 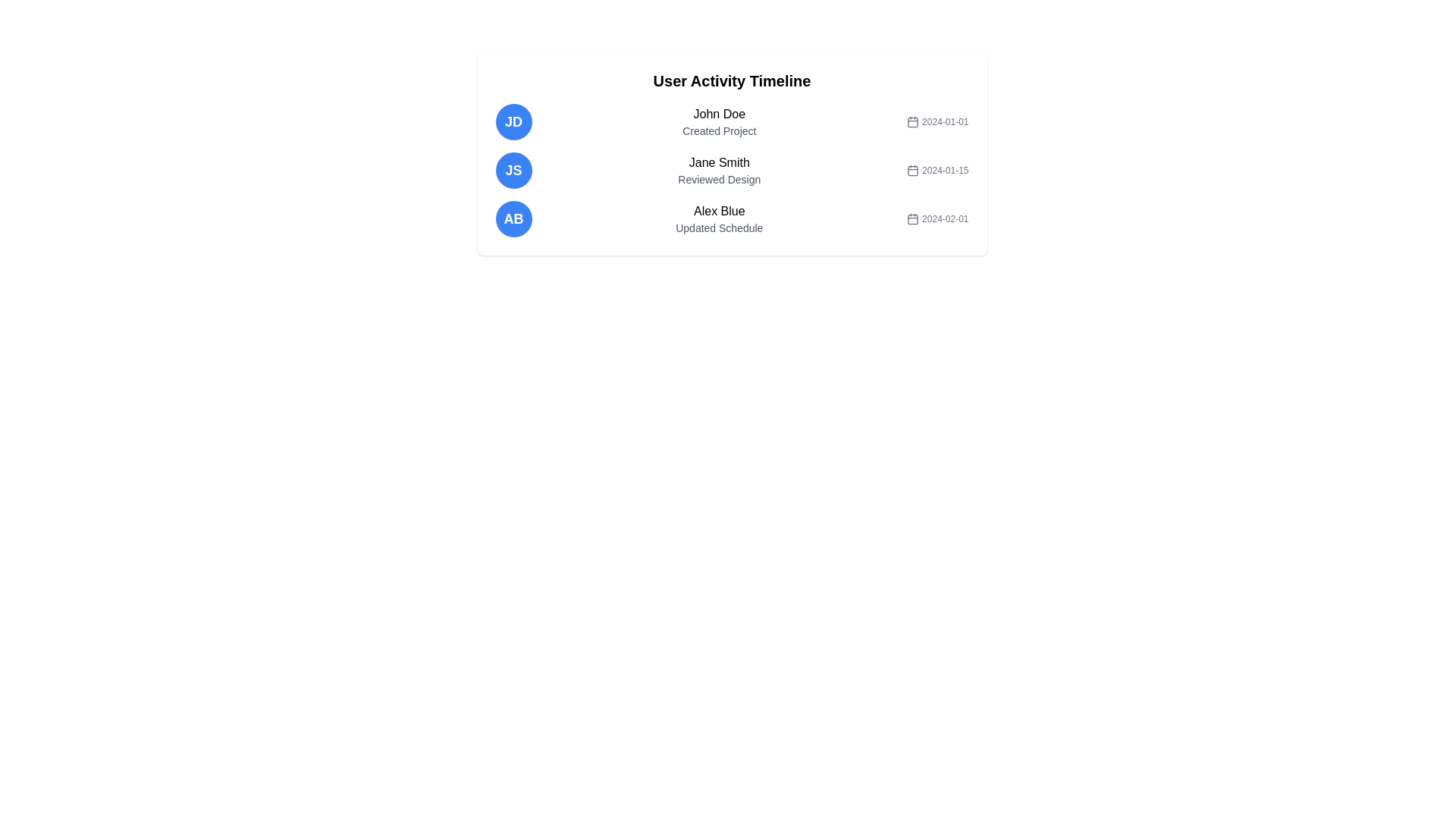 What do you see at coordinates (912, 220) in the screenshot?
I see `the calendar icon located next to the date text '2024-02-01' in the third row of the timeline interface` at bounding box center [912, 220].